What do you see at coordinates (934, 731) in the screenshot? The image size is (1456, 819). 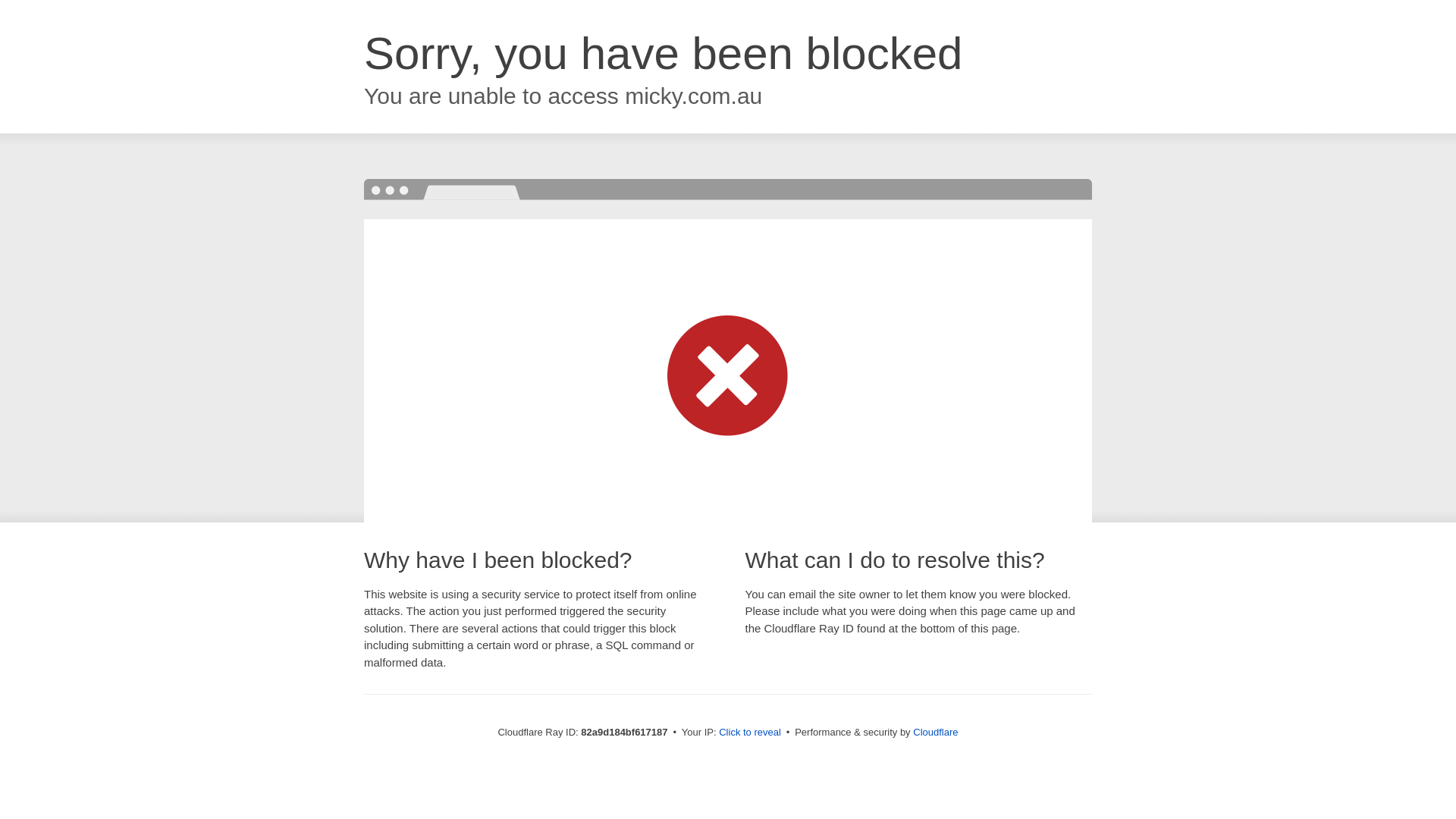 I see `'Cloudflare'` at bounding box center [934, 731].